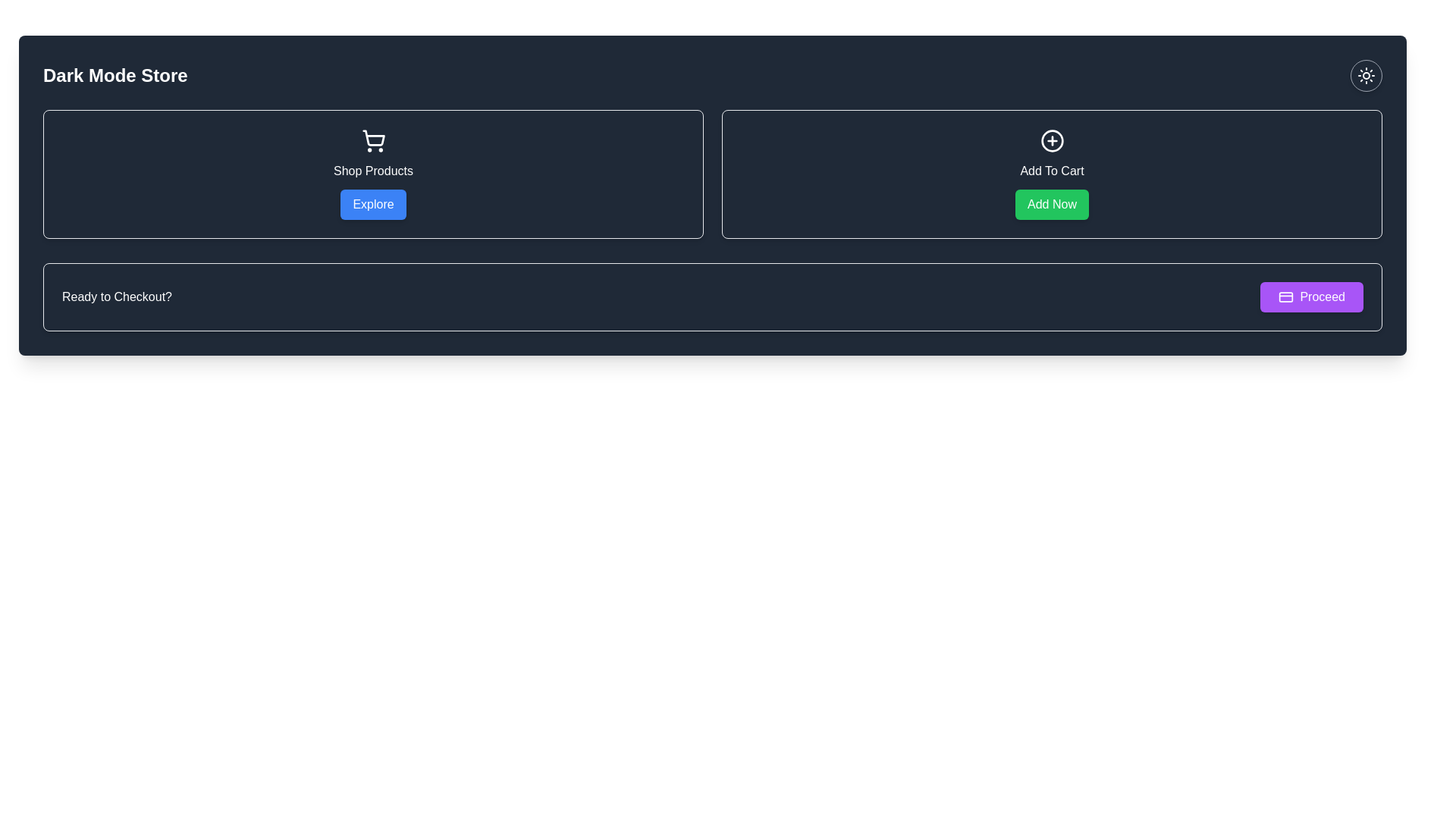 This screenshot has width=1456, height=819. What do you see at coordinates (373, 171) in the screenshot?
I see `the label that identifies the shopping section, located below the shopping cart icon and above the 'Explore' button` at bounding box center [373, 171].